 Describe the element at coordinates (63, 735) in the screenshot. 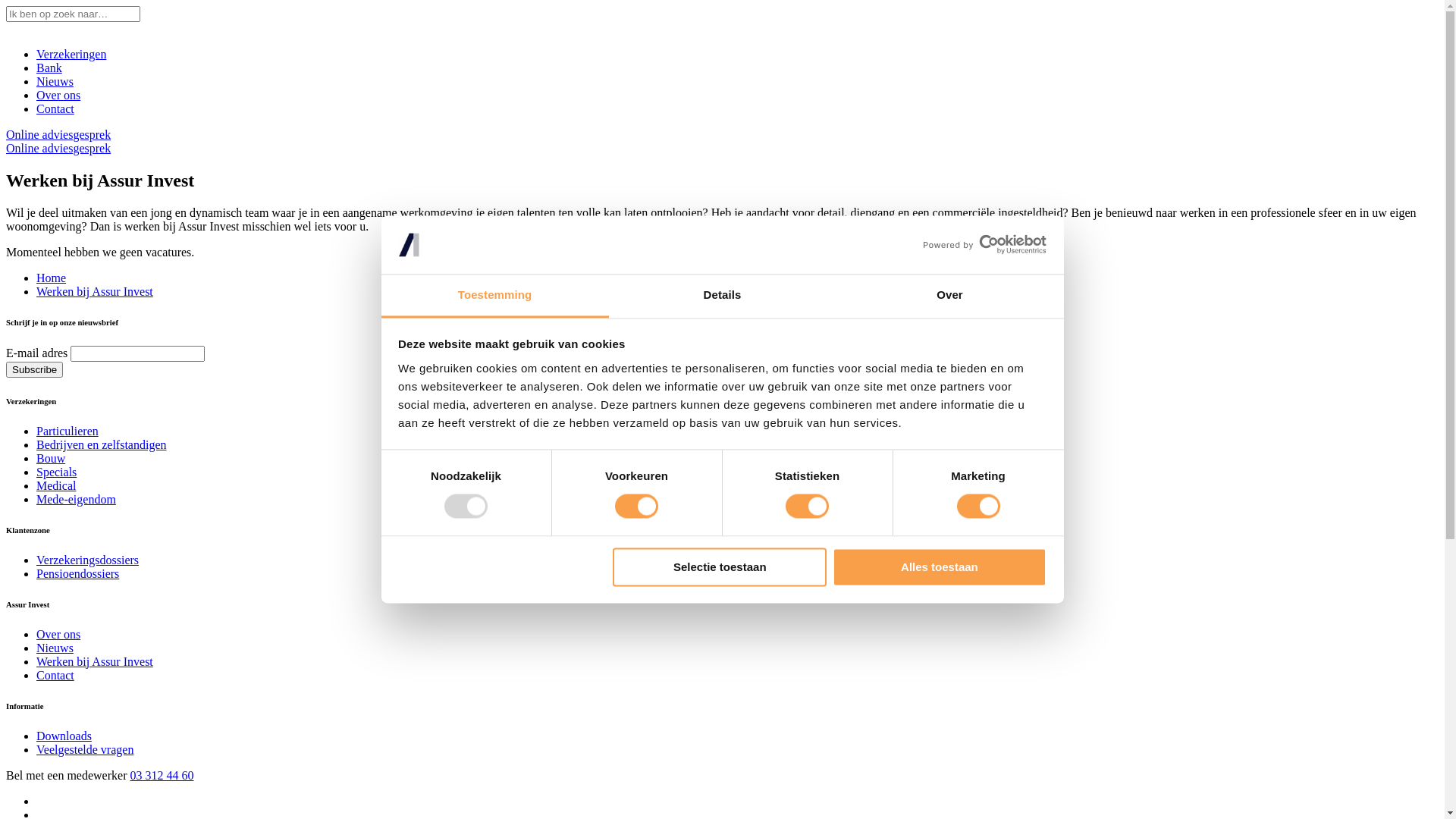

I see `'Downloads'` at that location.